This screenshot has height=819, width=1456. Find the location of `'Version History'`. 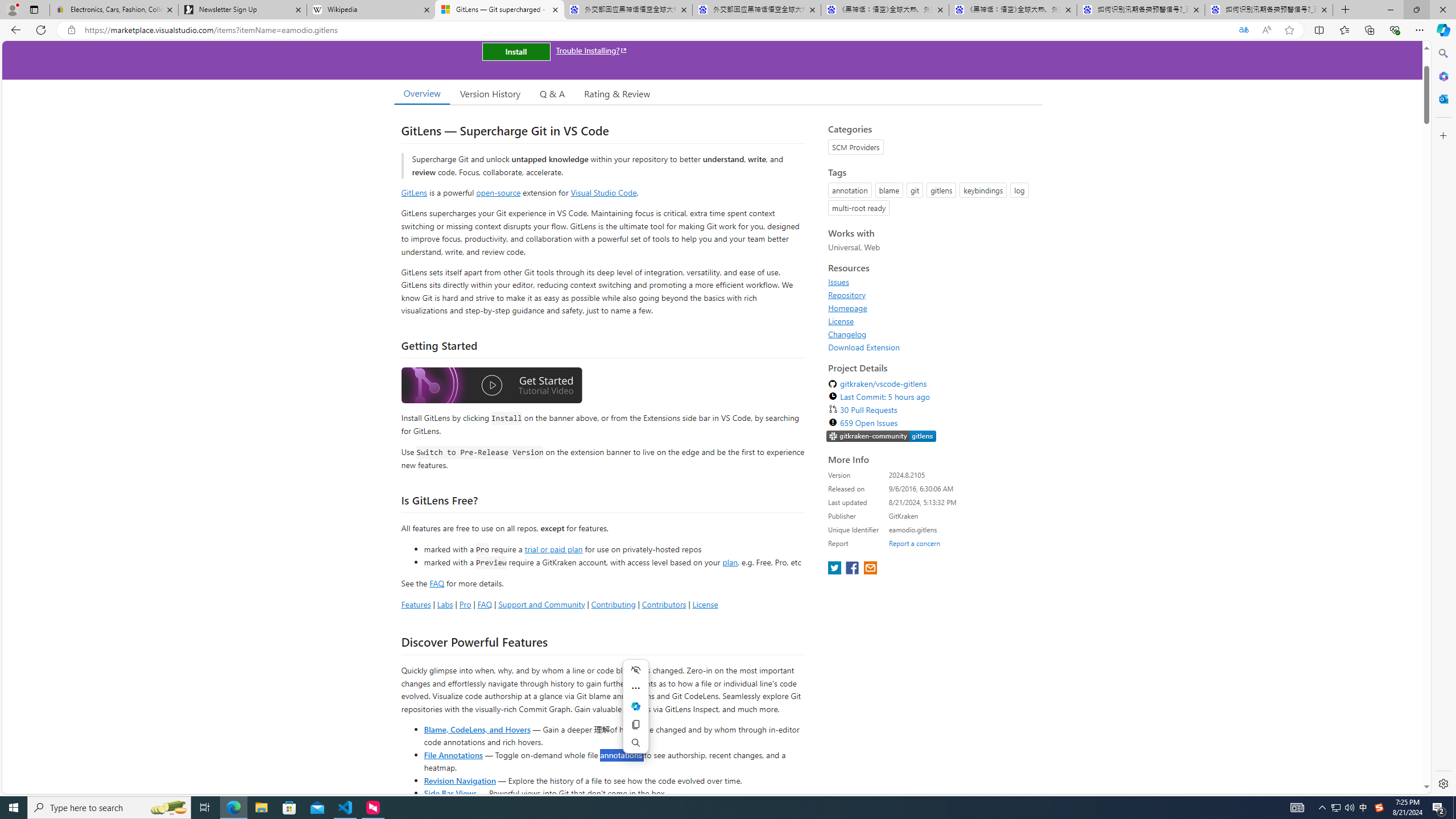

'Version History' is located at coordinates (489, 93).